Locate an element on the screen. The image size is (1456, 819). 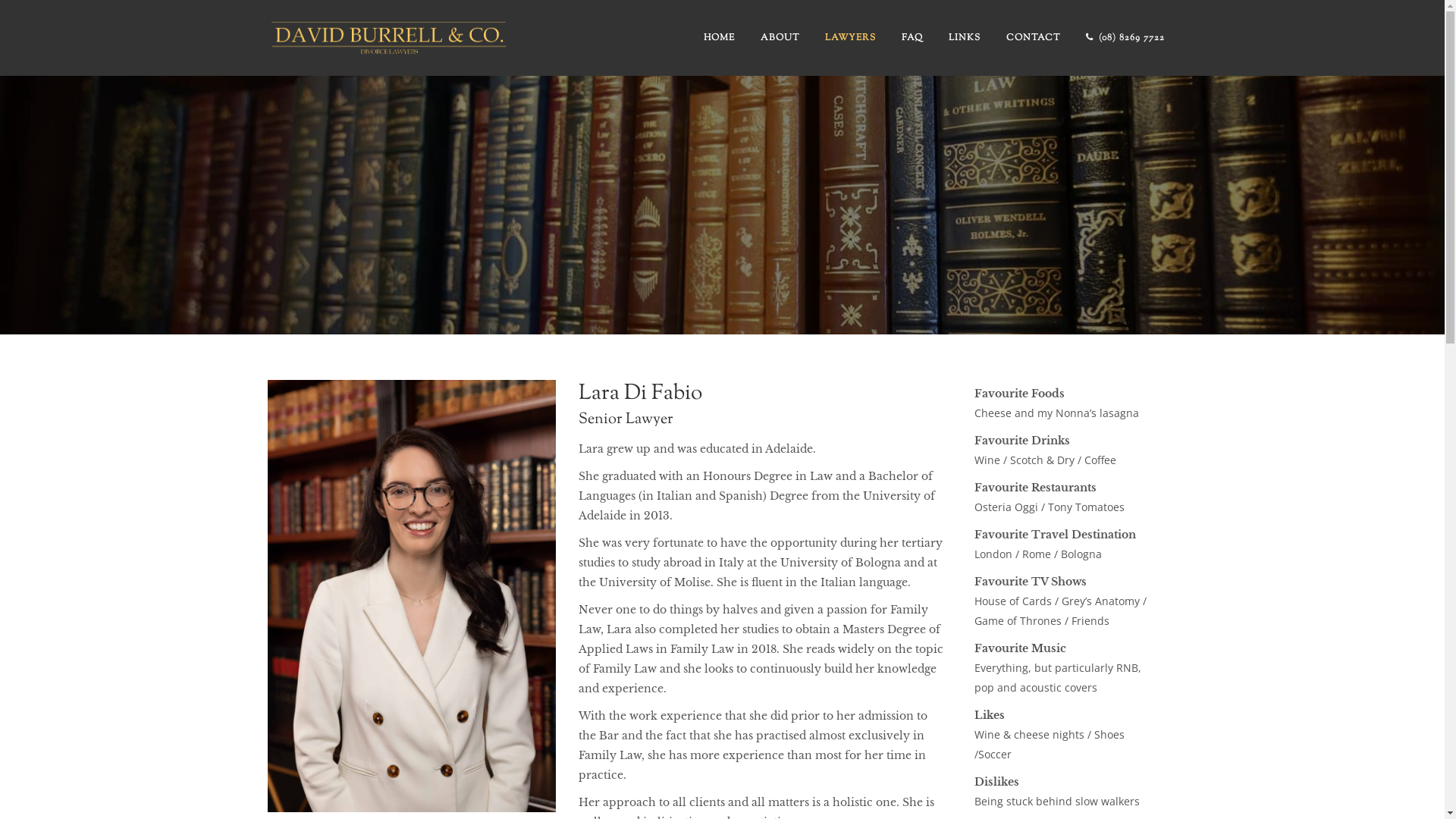
'FAQ' is located at coordinates (912, 37).